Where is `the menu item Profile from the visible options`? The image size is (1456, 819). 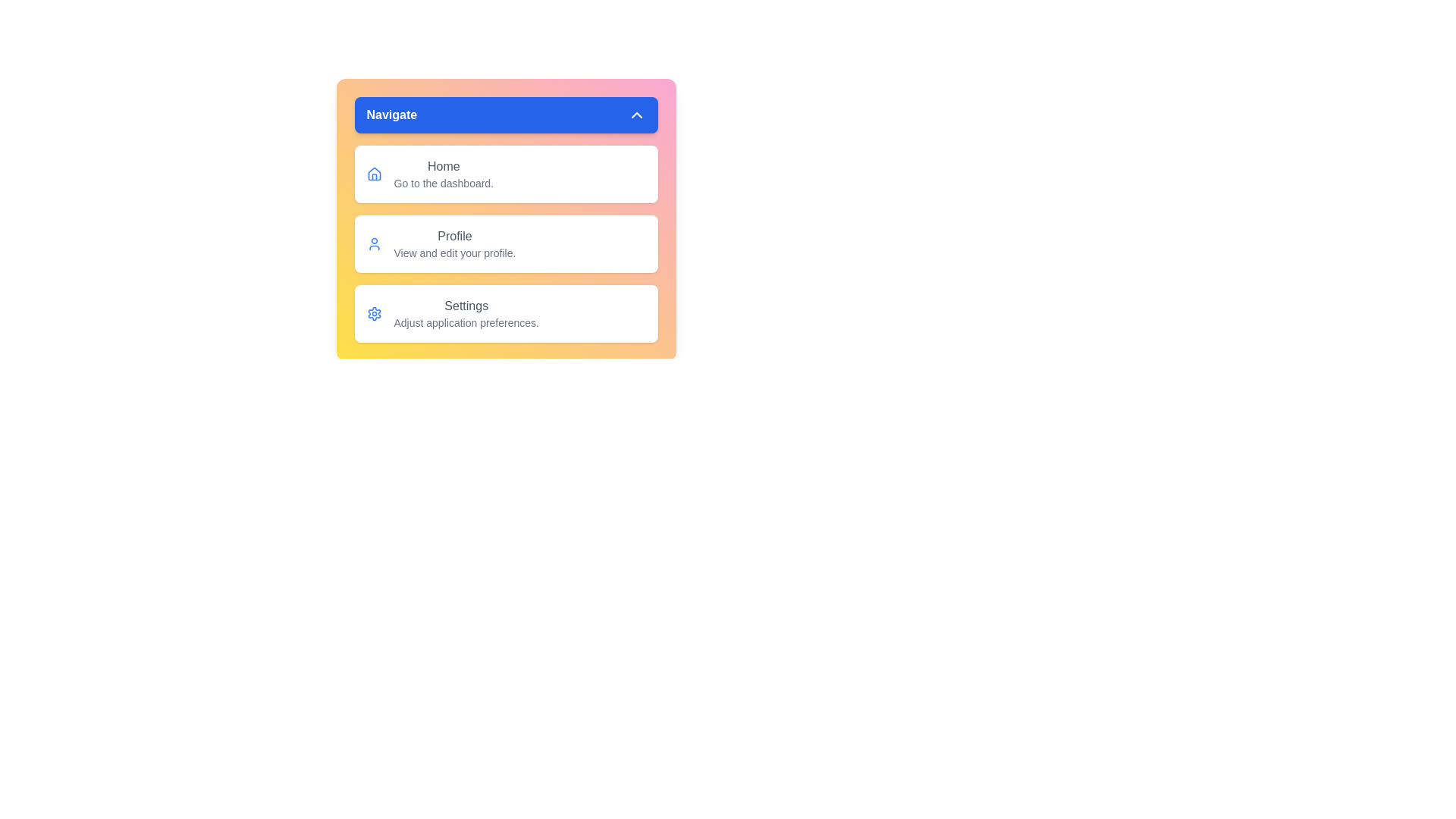 the menu item Profile from the visible options is located at coordinates (506, 243).